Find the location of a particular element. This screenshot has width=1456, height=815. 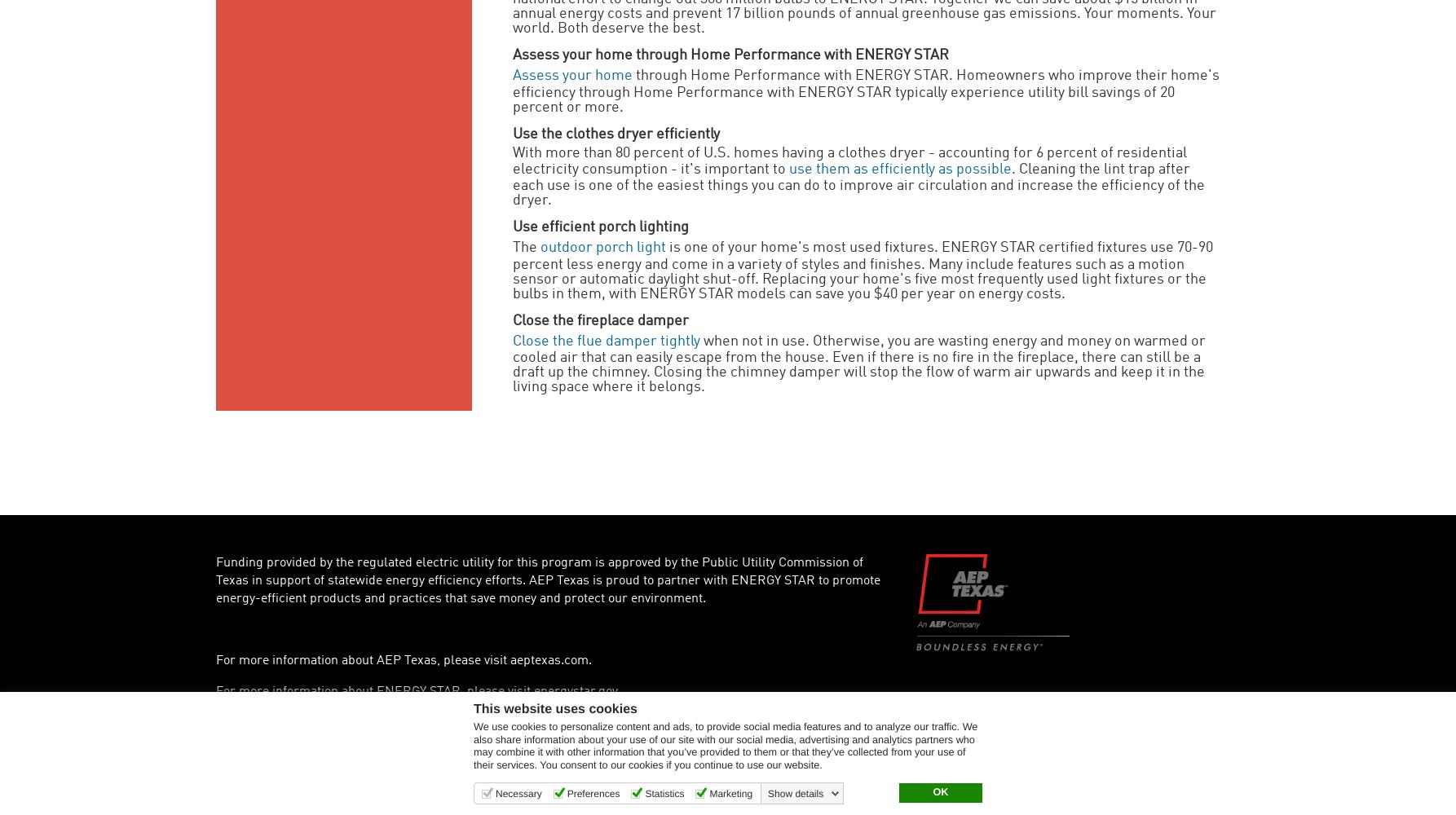

'through Home Performance with ENERGY STAR. Homeowners who improve their home's efficiency through Home Performance with ENERGY STAR typically experience utility bill savings of 20 percent or more.' is located at coordinates (513, 90).